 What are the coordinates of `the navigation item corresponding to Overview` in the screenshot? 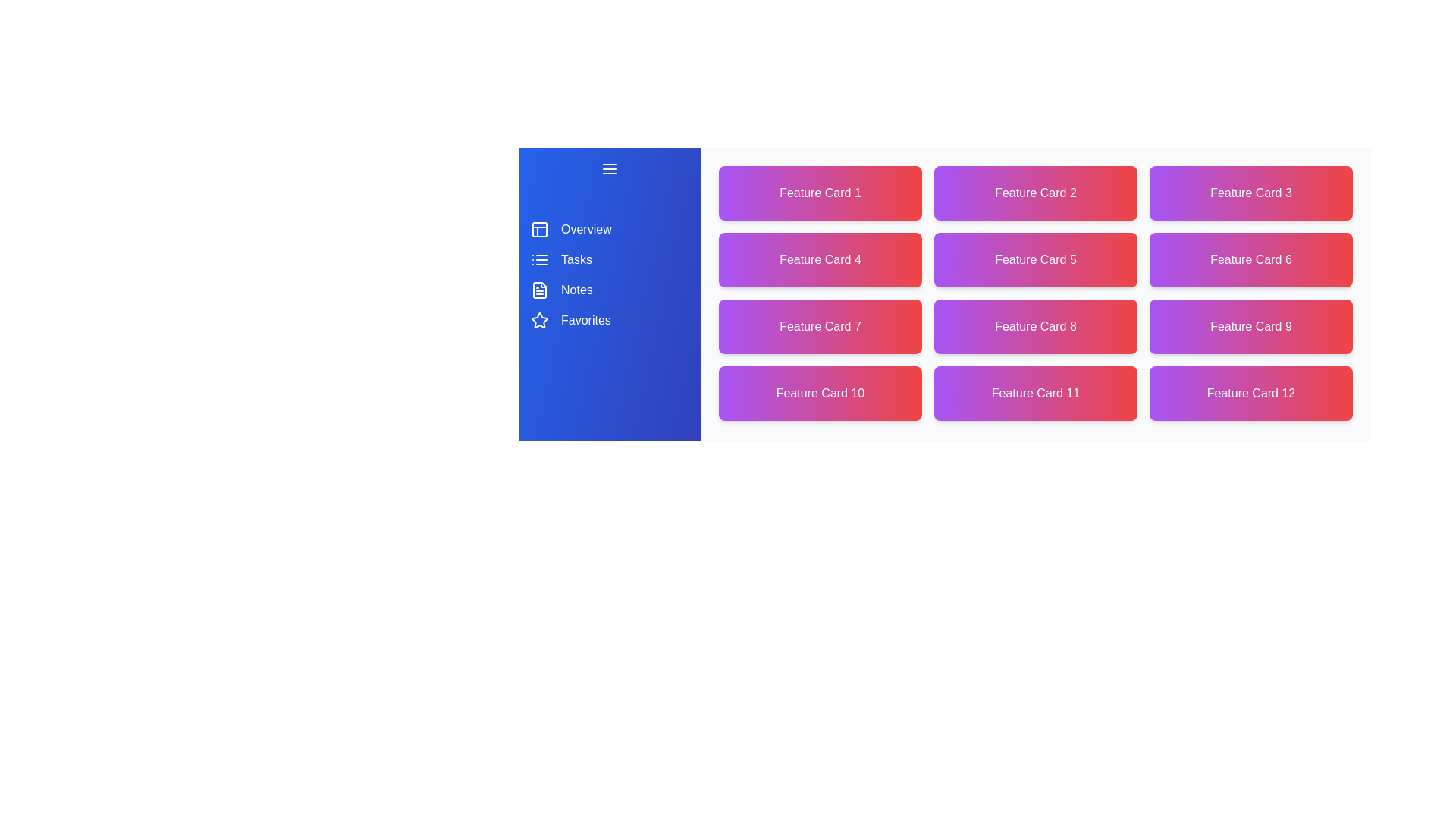 It's located at (610, 230).